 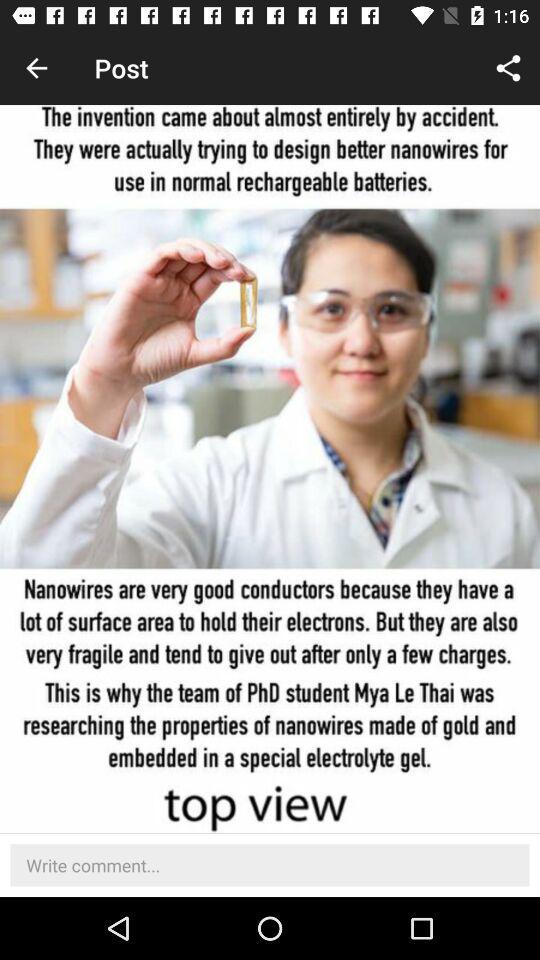 What do you see at coordinates (508, 68) in the screenshot?
I see `the item to the right of the post icon` at bounding box center [508, 68].